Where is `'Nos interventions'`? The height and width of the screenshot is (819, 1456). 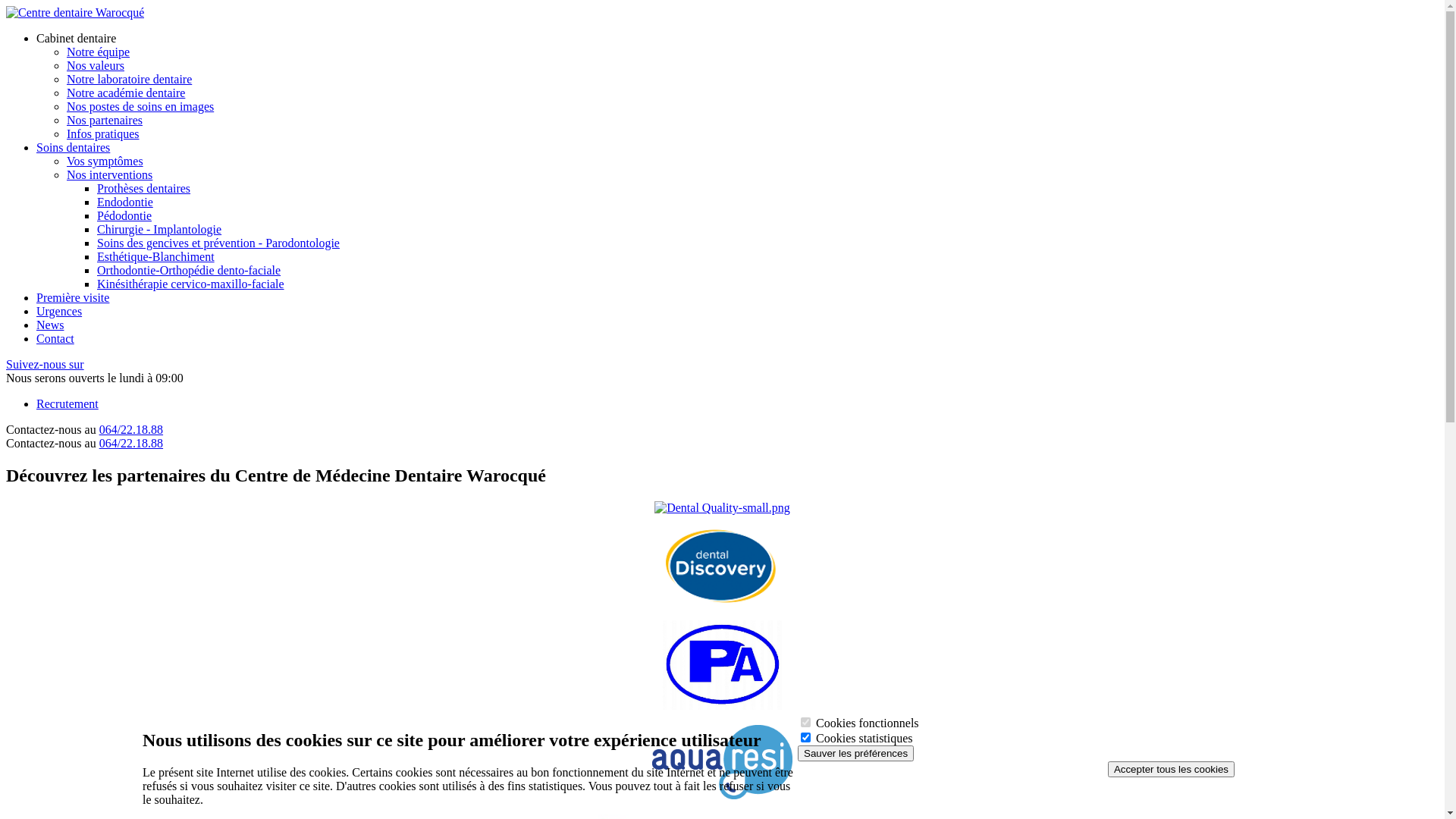
'Nos interventions' is located at coordinates (65, 174).